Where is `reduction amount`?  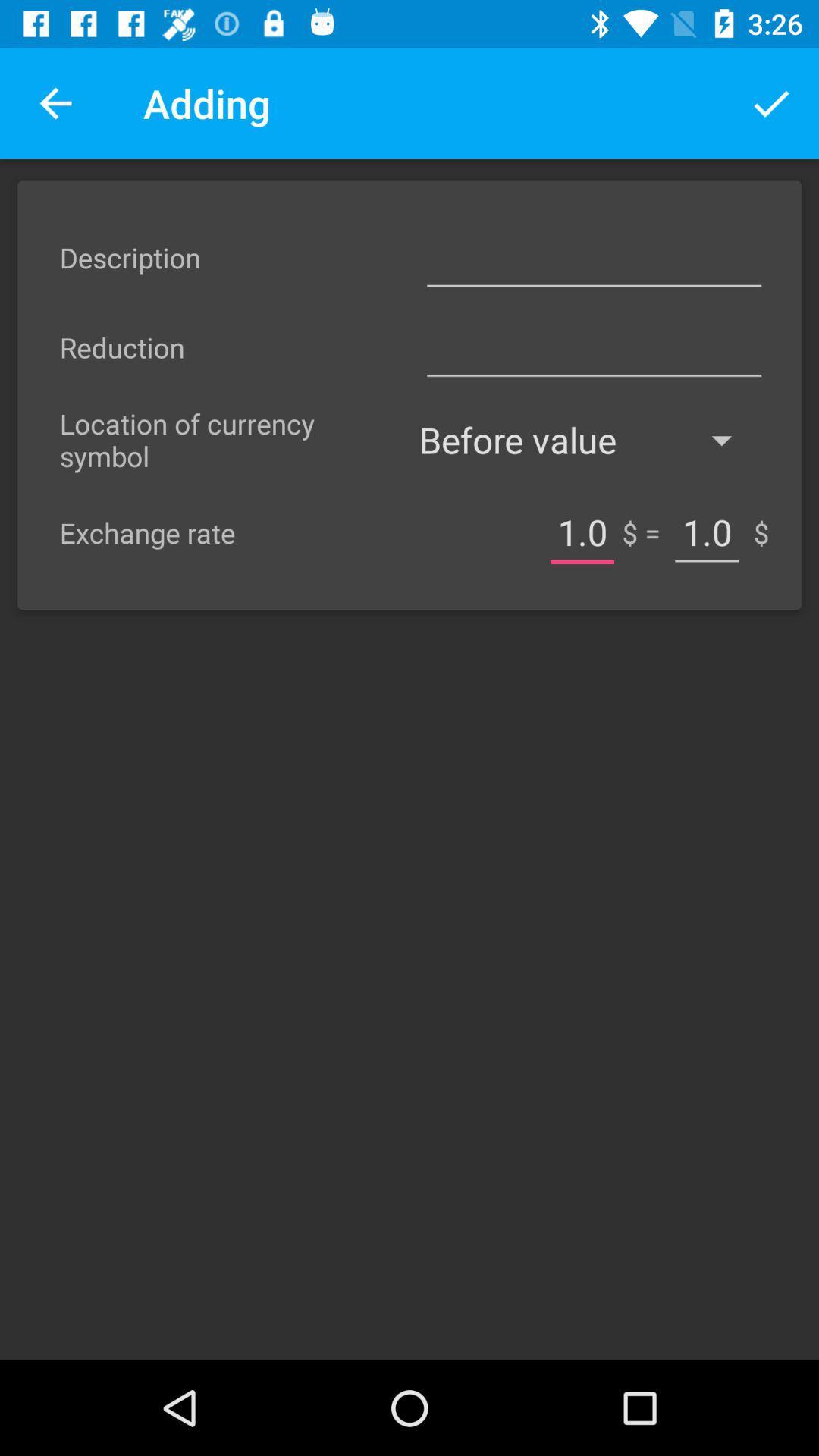 reduction amount is located at coordinates (593, 347).